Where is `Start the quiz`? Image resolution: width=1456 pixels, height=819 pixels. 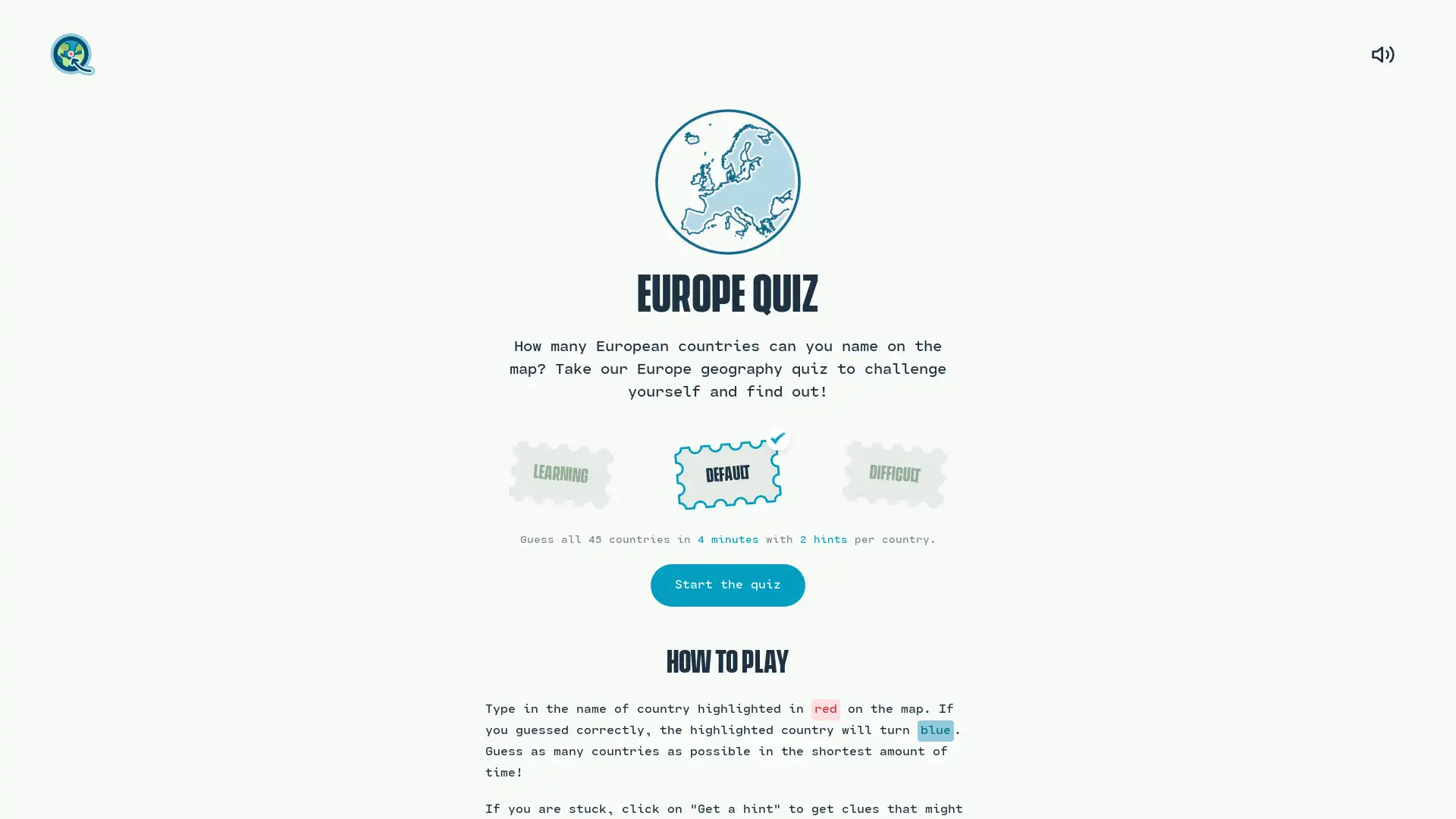
Start the quiz is located at coordinates (728, 584).